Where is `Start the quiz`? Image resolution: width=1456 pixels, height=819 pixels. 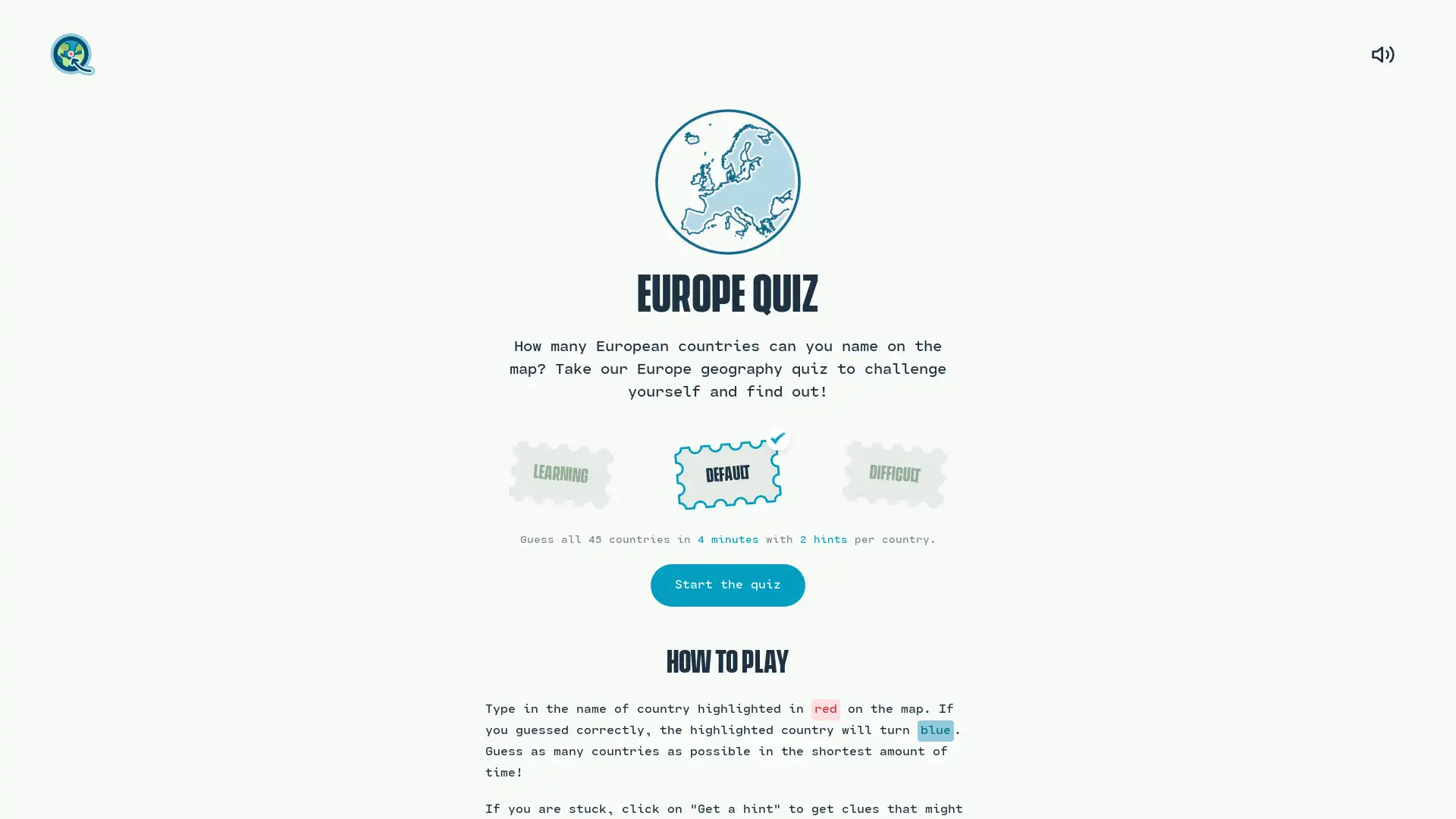
Start the quiz is located at coordinates (728, 584).